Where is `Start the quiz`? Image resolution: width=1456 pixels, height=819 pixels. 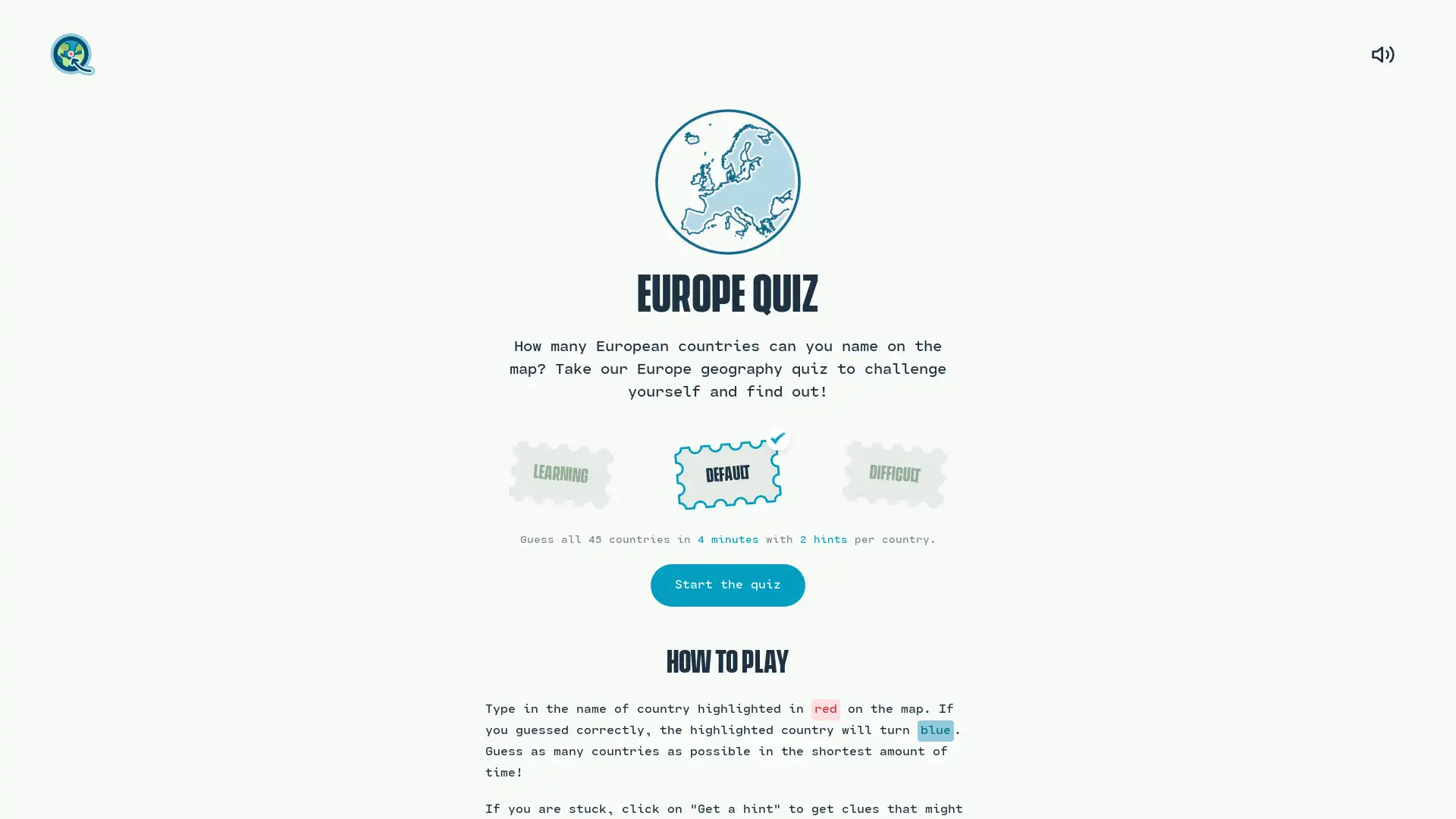
Start the quiz is located at coordinates (728, 584).